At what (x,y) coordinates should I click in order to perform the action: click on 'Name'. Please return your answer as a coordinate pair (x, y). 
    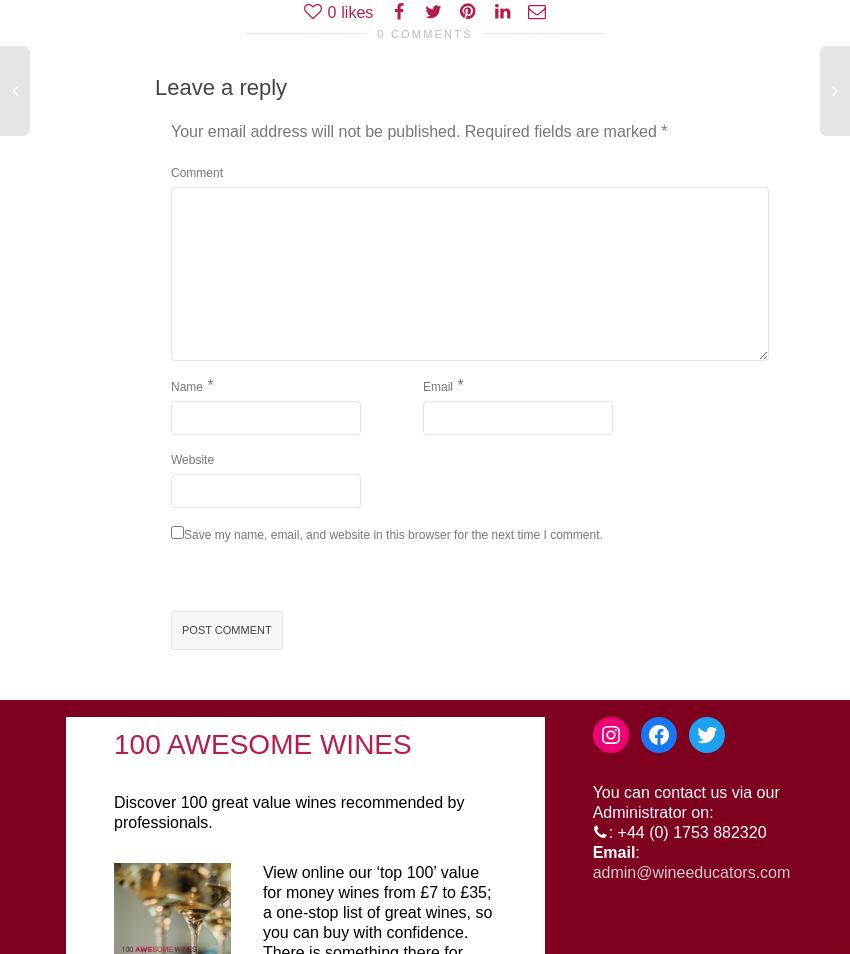
    Looking at the image, I should click on (186, 387).